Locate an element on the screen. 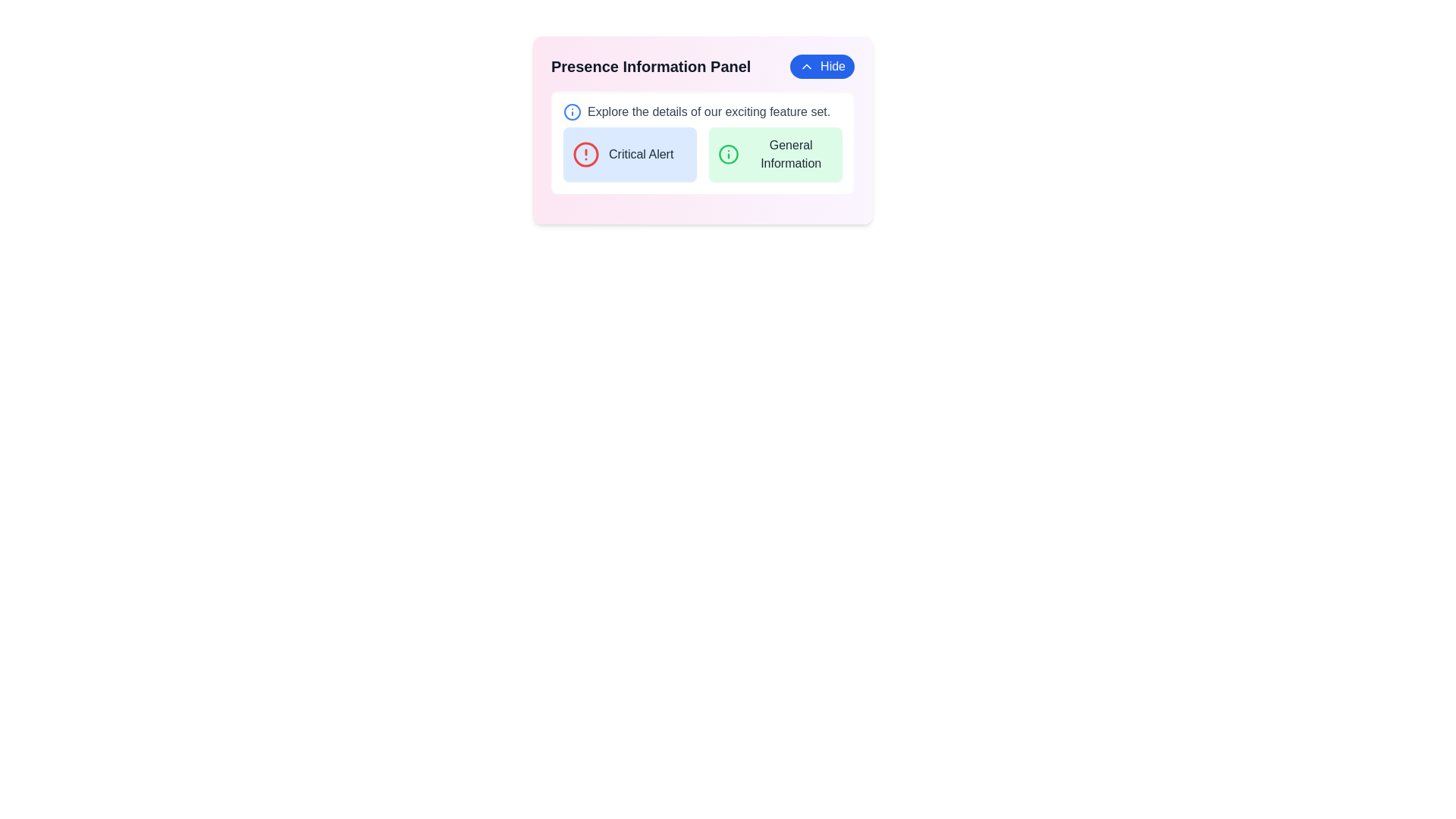  the second informational card in the Presence Information Panel is located at coordinates (775, 155).